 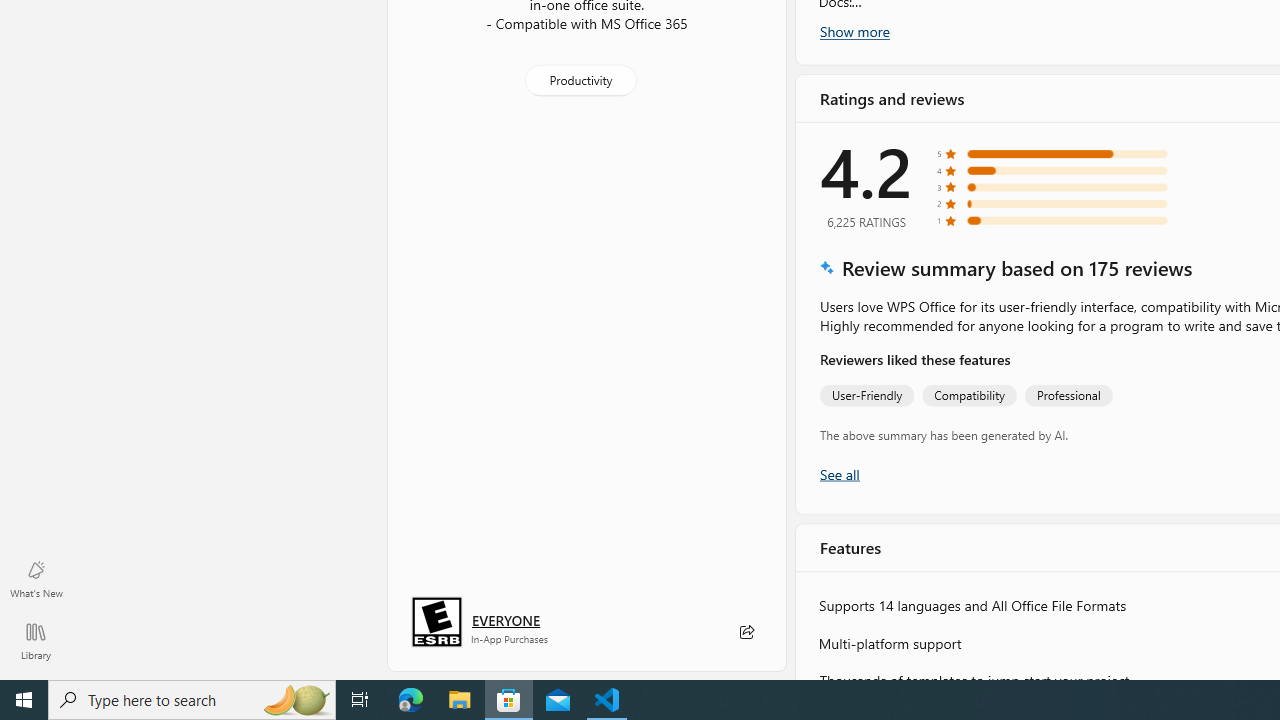 What do you see at coordinates (506, 618) in the screenshot?
I see `'Age rating: EVERYONE. Click for more information.'` at bounding box center [506, 618].